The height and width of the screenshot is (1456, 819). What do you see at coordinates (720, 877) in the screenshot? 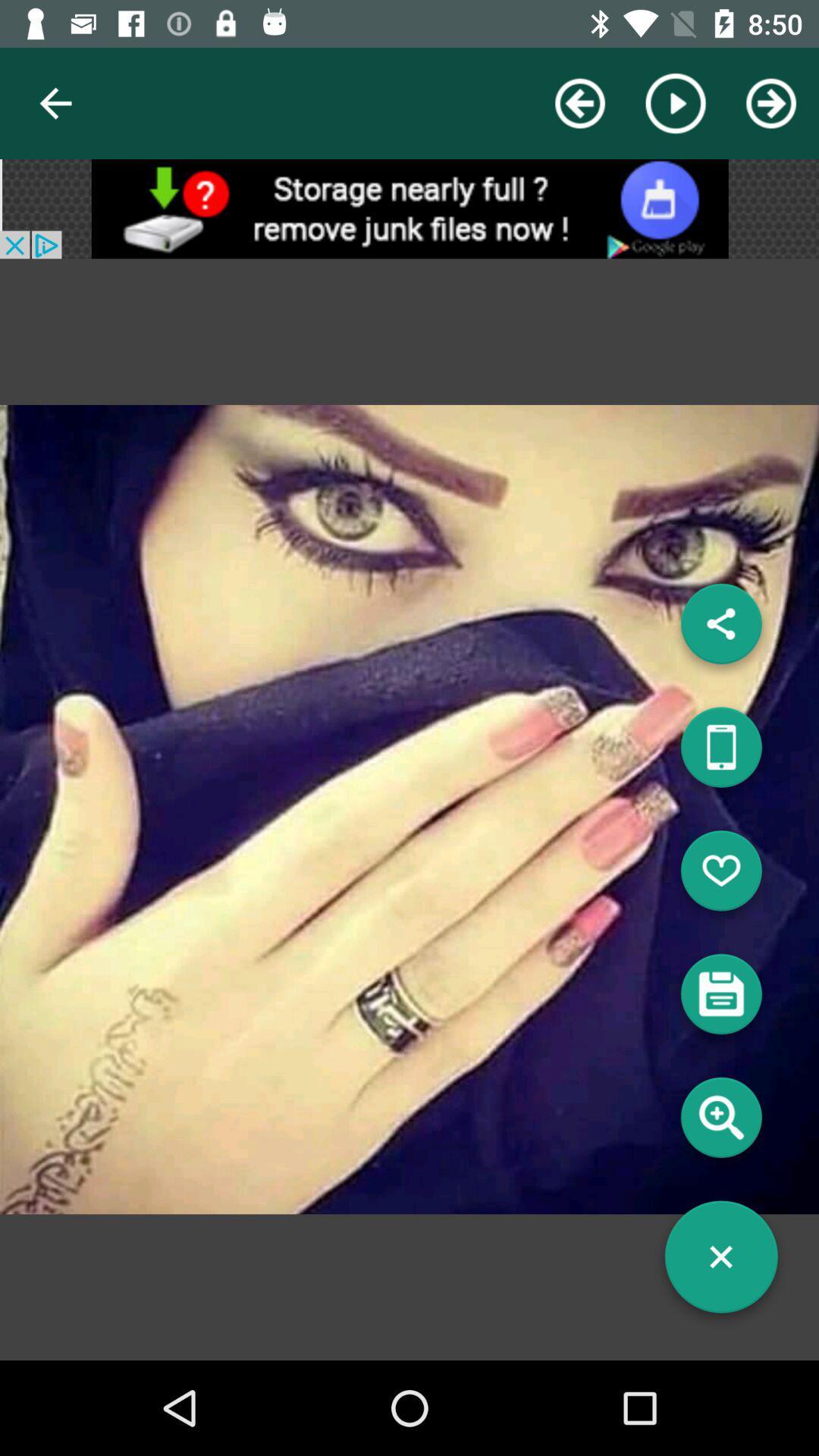
I see `mark favorite` at bounding box center [720, 877].